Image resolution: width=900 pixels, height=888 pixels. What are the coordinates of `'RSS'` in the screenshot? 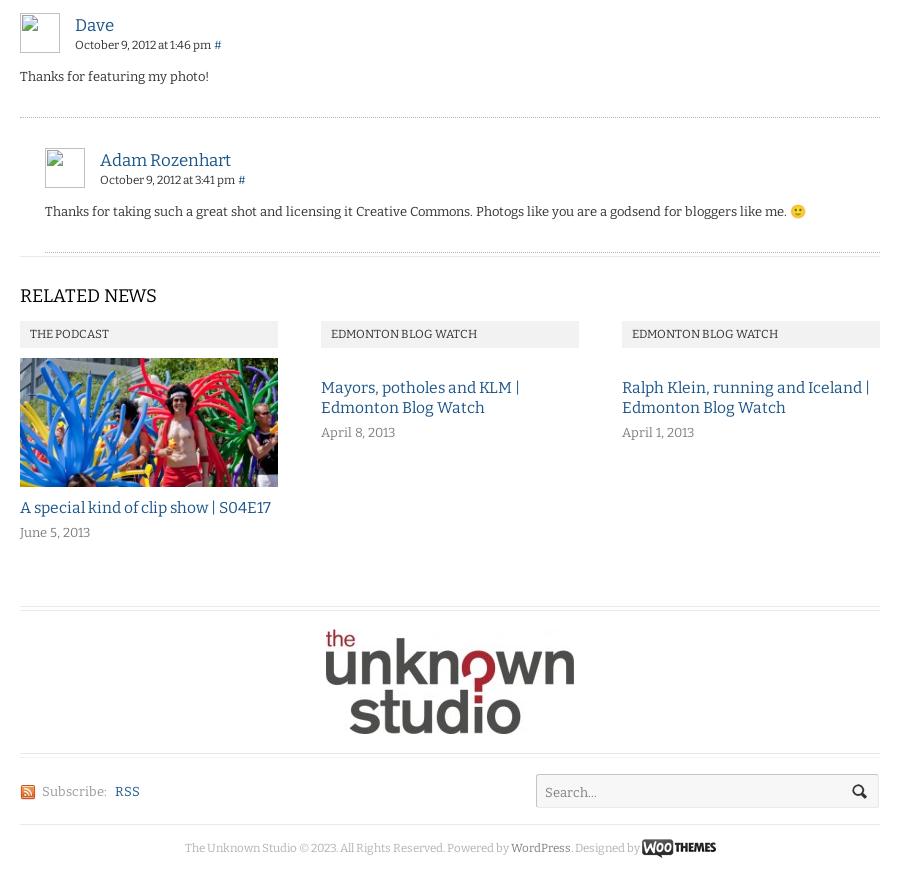 It's located at (127, 791).